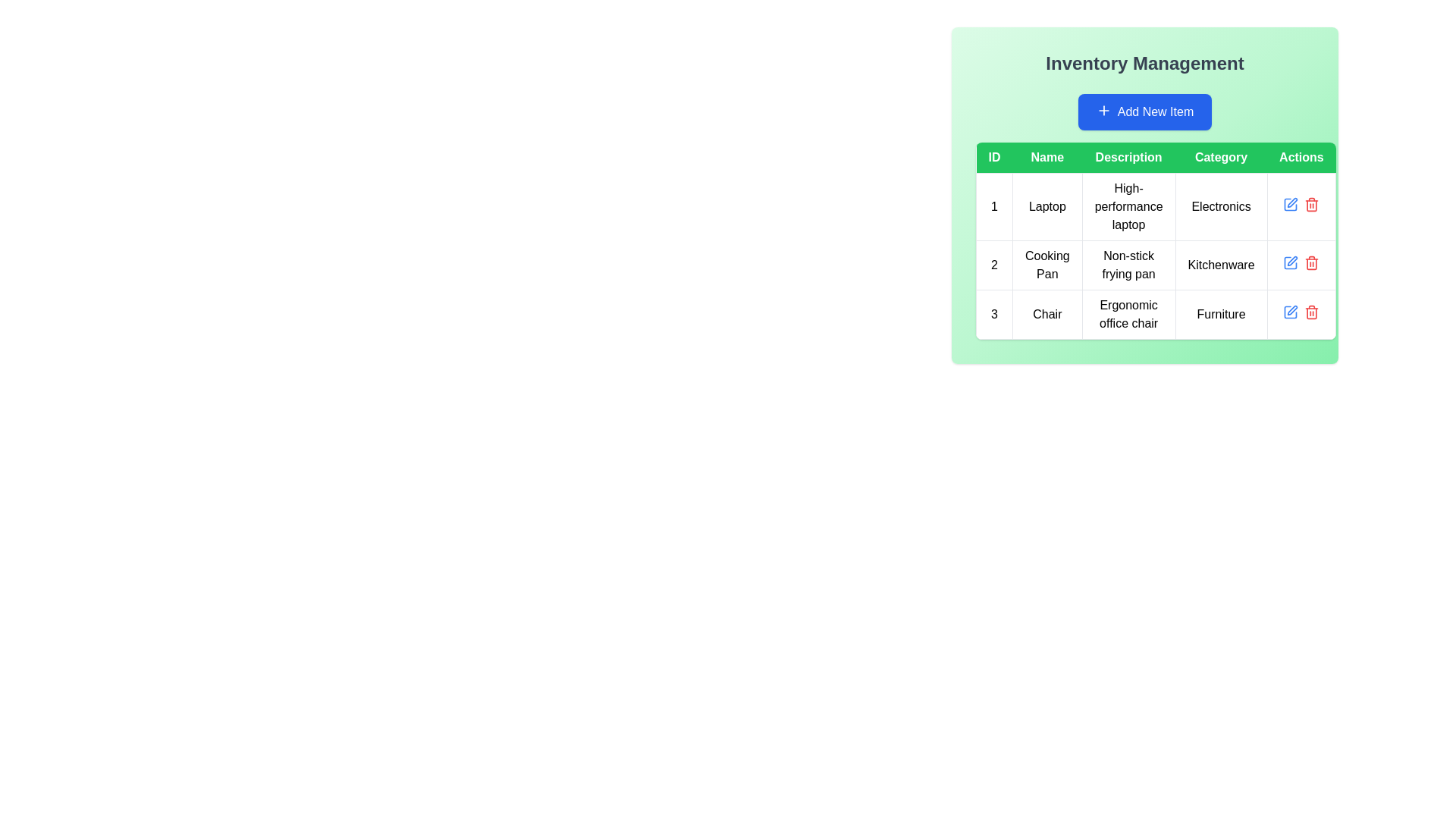  What do you see at coordinates (1291, 201) in the screenshot?
I see `the IconButton in the 'Actions' column of the table to initiate editing the row corresponding to the 'Chair' entry` at bounding box center [1291, 201].